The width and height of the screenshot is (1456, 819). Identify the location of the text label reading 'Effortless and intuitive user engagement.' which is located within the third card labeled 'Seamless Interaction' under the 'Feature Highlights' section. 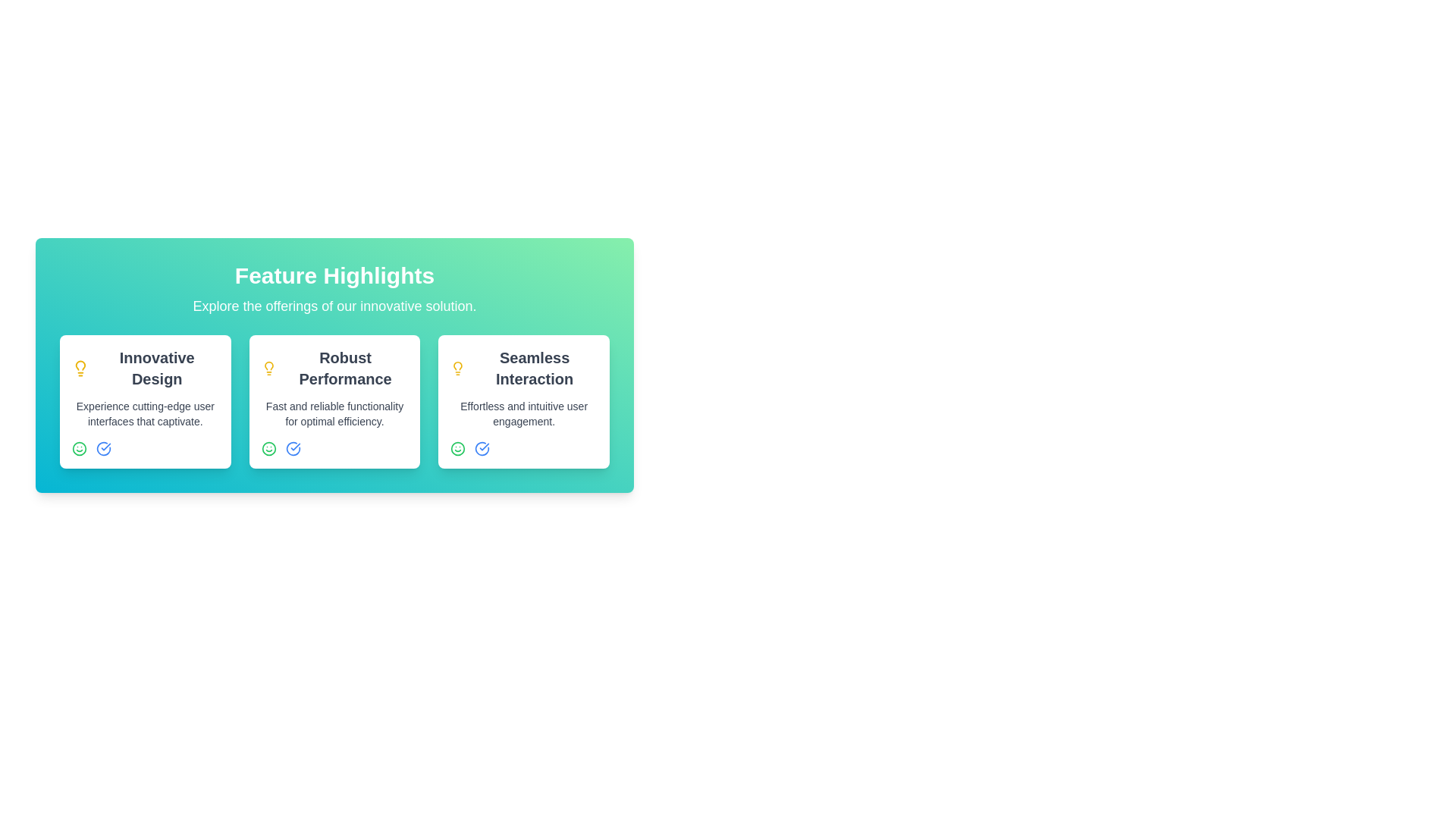
(524, 414).